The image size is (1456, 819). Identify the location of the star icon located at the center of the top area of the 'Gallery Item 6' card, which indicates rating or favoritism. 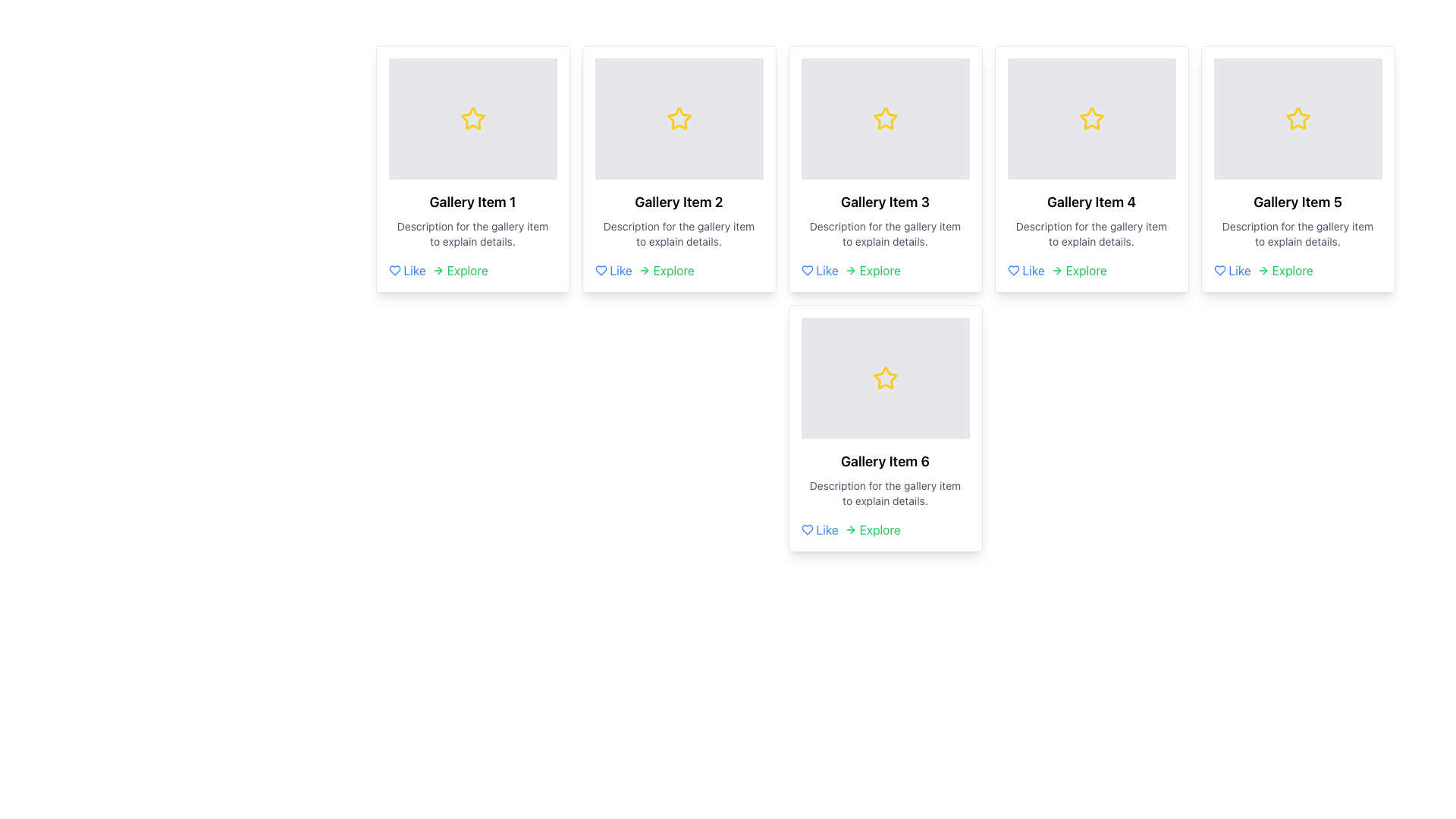
(885, 377).